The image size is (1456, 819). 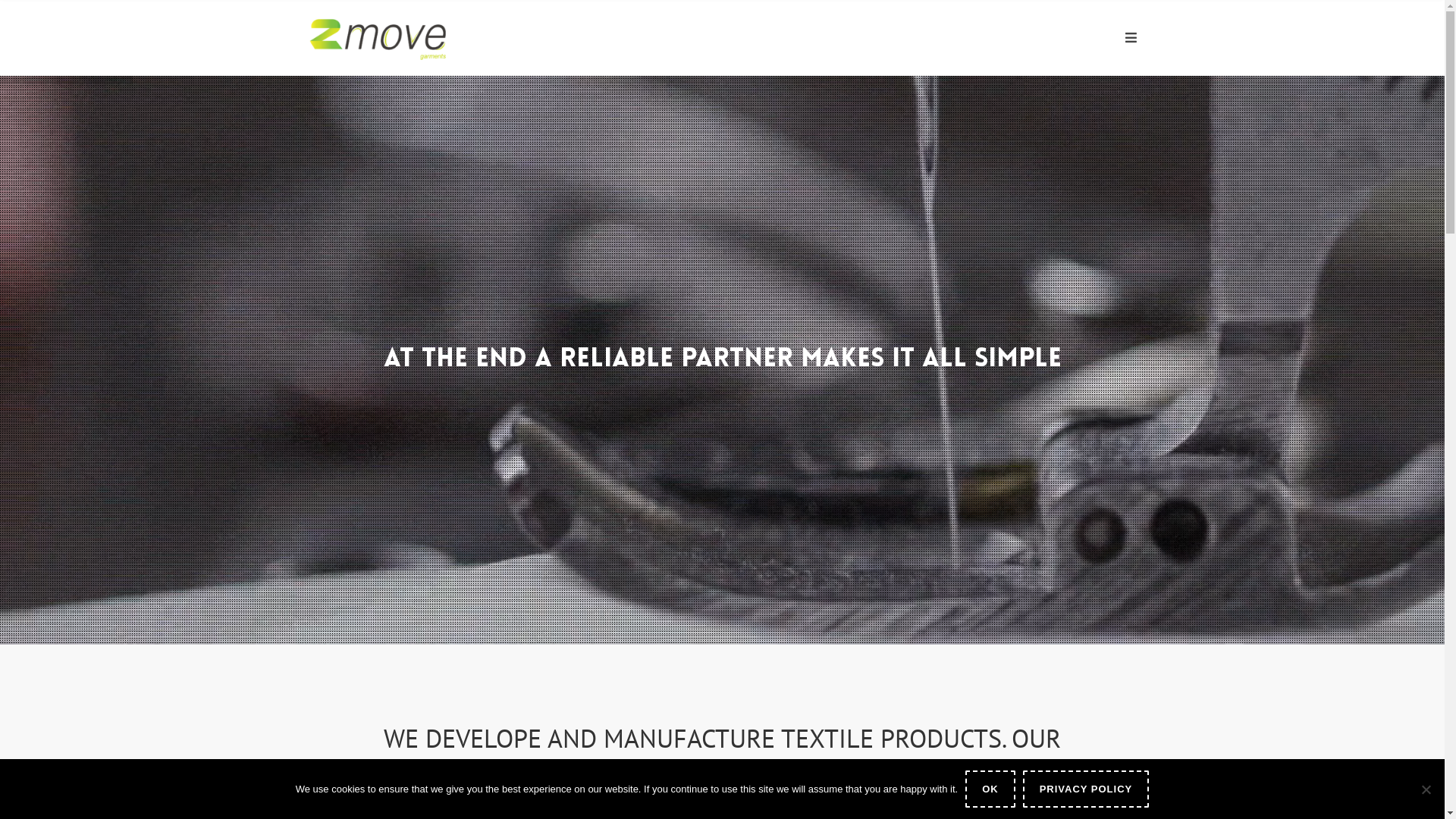 I want to click on '2Move Garments', so click(x=378, y=36).